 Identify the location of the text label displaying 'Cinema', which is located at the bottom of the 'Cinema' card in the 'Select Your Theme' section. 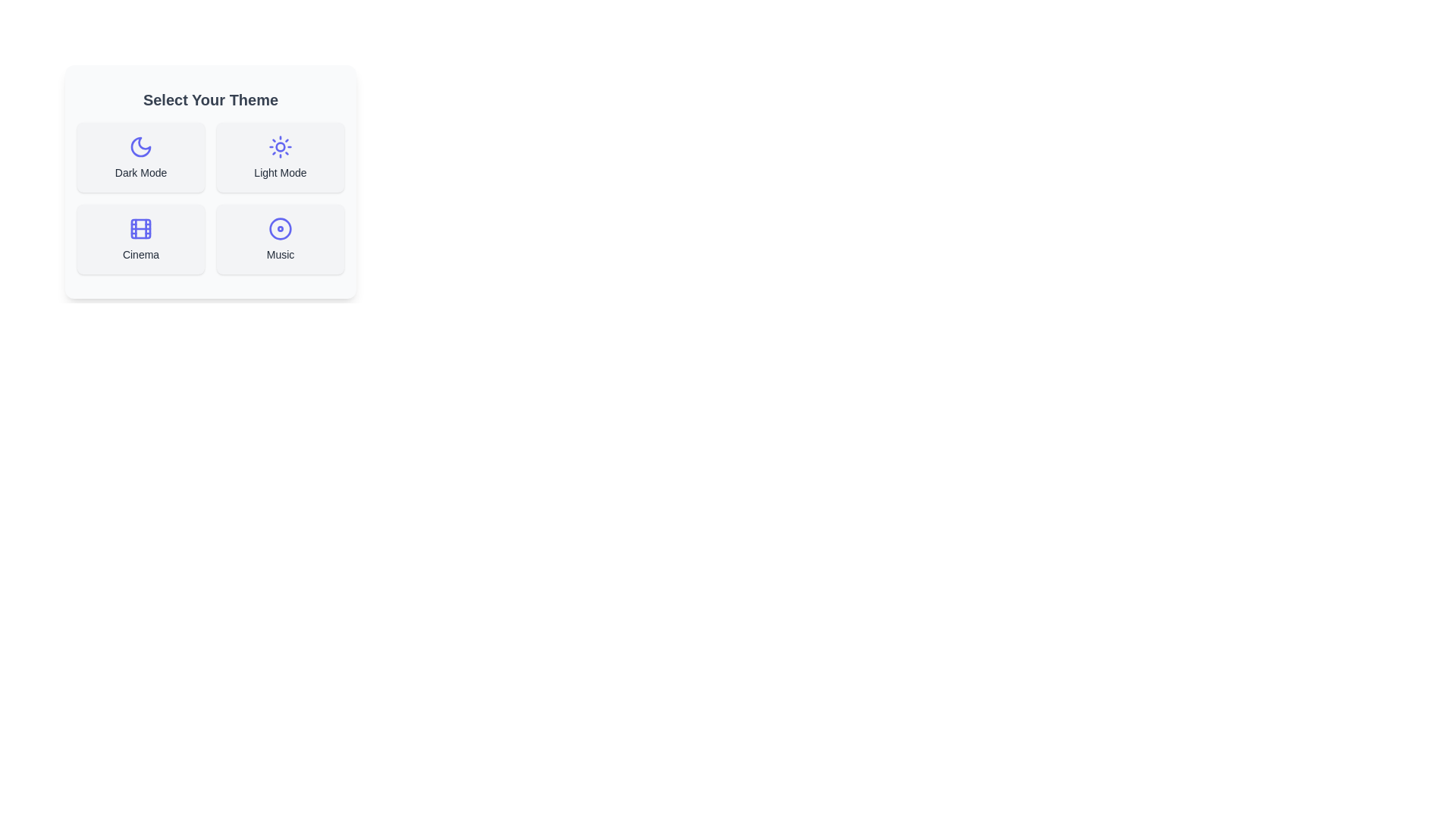
(141, 253).